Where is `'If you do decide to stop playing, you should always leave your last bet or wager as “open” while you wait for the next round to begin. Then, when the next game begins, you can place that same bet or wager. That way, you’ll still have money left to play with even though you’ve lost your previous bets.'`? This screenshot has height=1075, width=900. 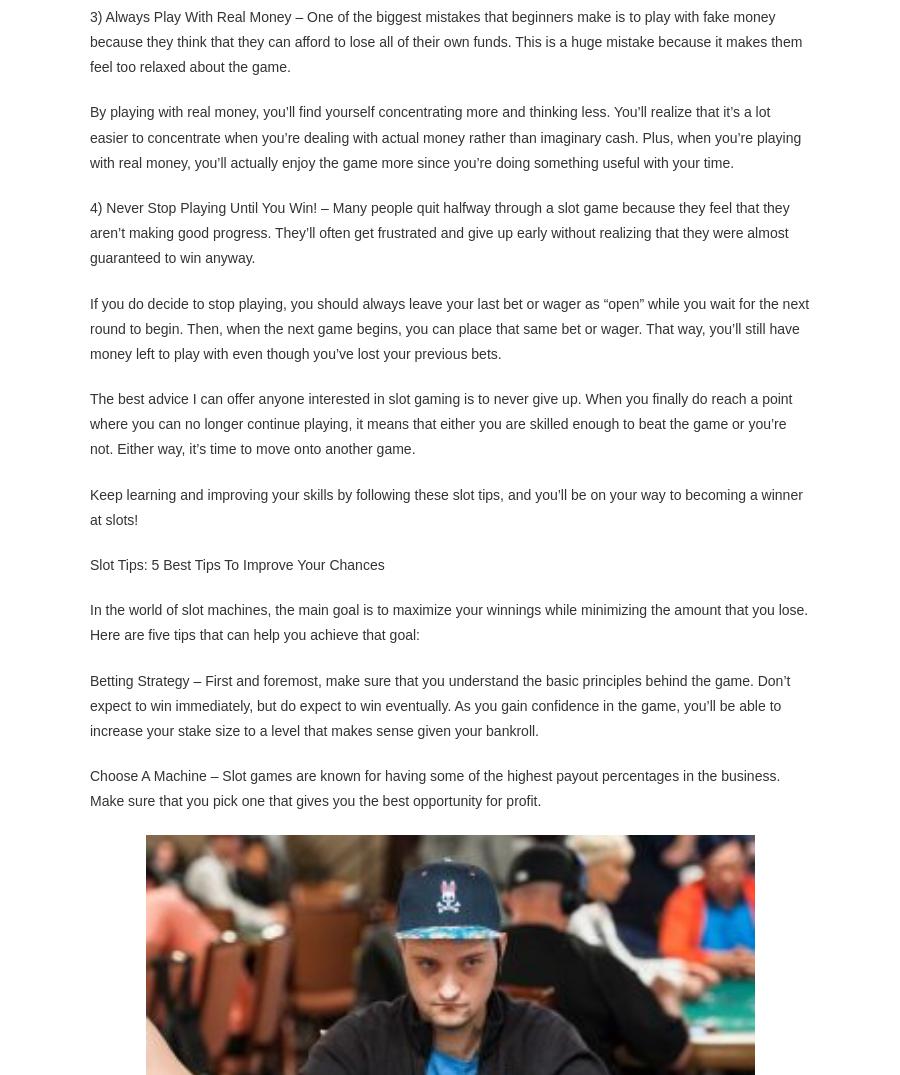
'If you do decide to stop playing, you should always leave your last bet or wager as “open” while you wait for the next round to begin. Then, when the next game begins, you can place that same bet or wager. That way, you’ll still have money left to play with even though you’ve lost your previous bets.' is located at coordinates (449, 326).